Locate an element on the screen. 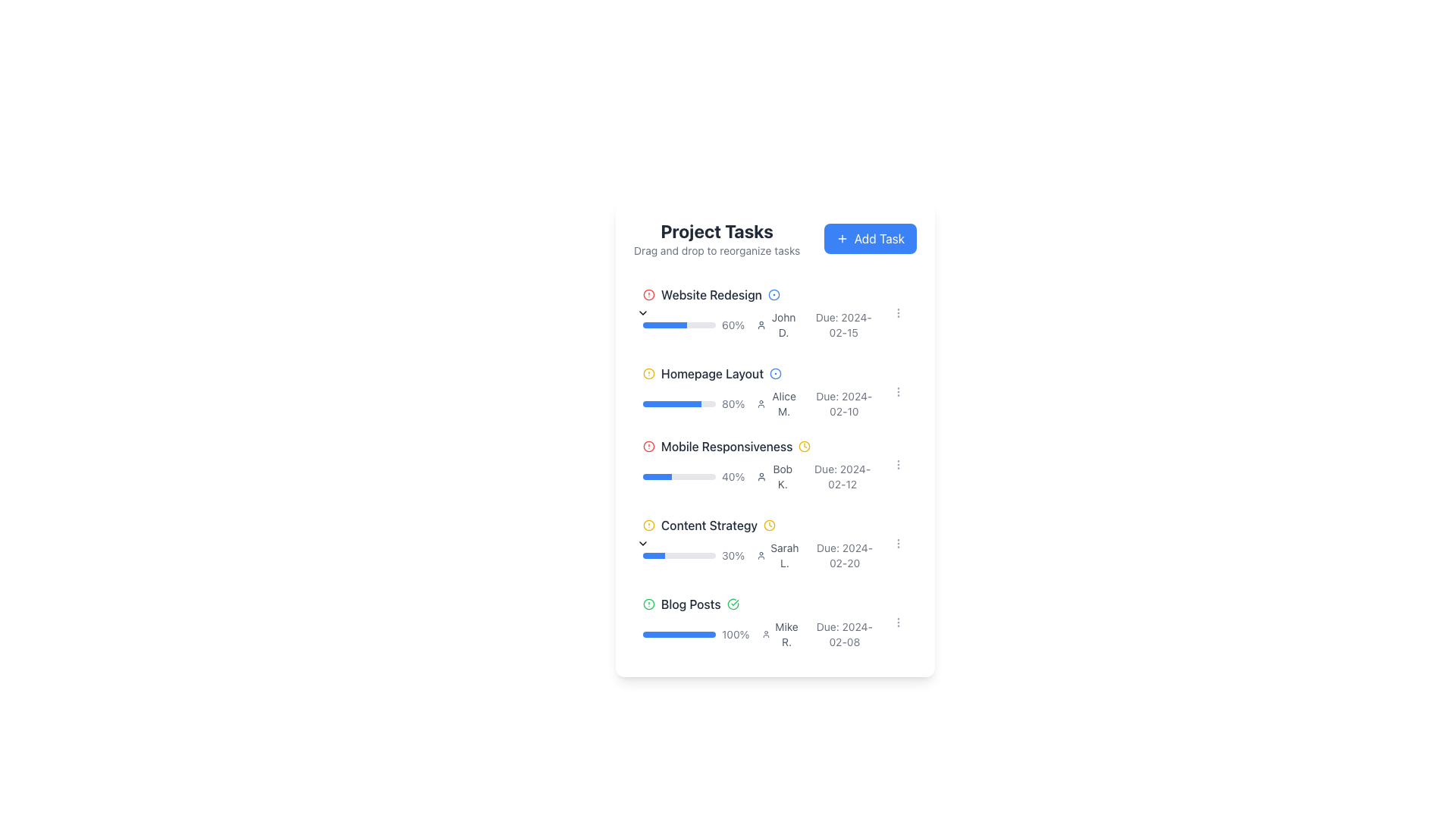 Image resolution: width=1456 pixels, height=819 pixels. the interactive toggle icon located adjacent to the task name in the 'Content Strategy' task section to collapse or expand the task details is located at coordinates (643, 543).